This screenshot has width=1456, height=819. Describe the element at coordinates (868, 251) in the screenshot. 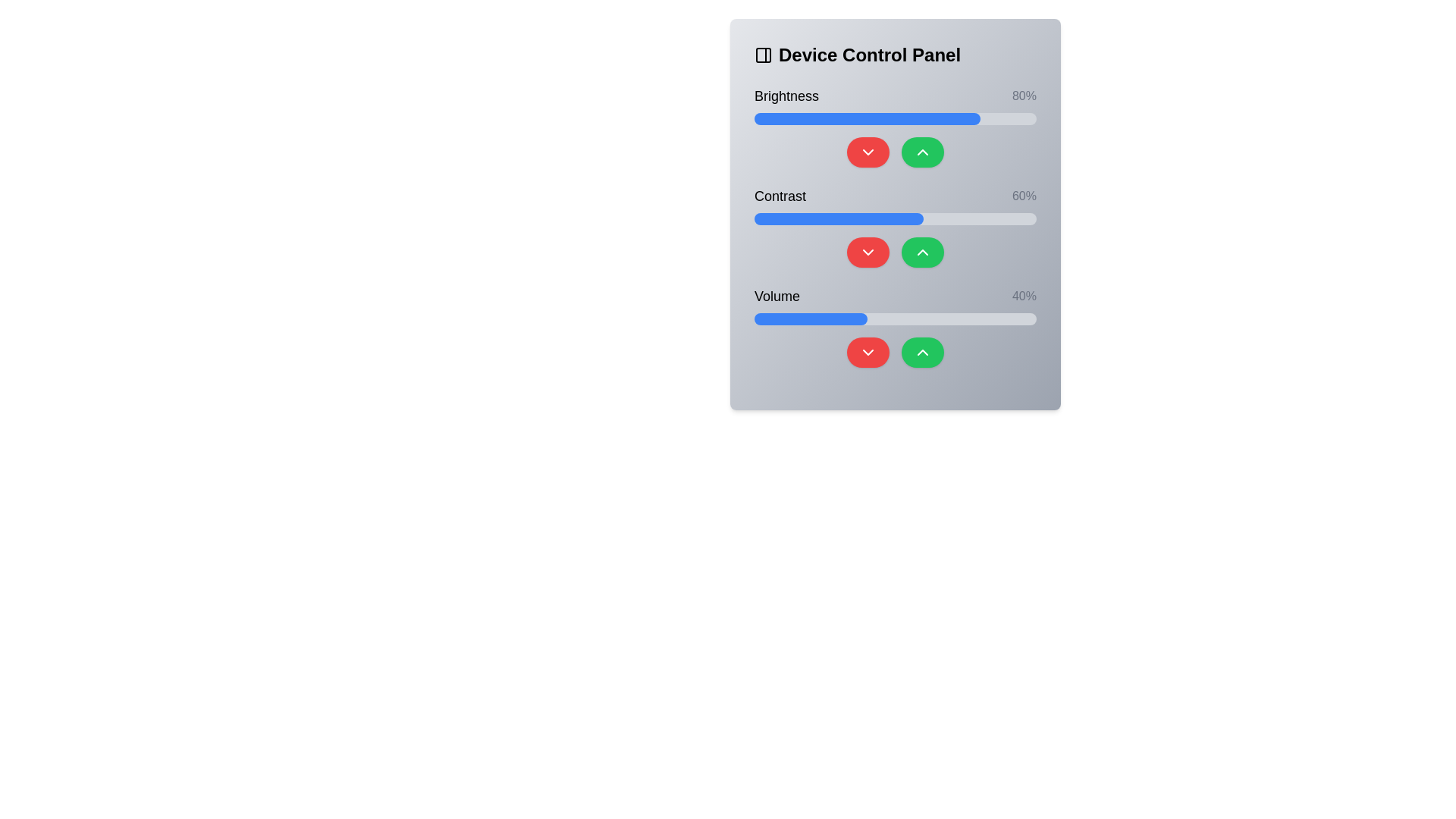

I see `the downward-facing chevron icon within the red circular button to decrease the value of the 'Contrast' control` at that location.